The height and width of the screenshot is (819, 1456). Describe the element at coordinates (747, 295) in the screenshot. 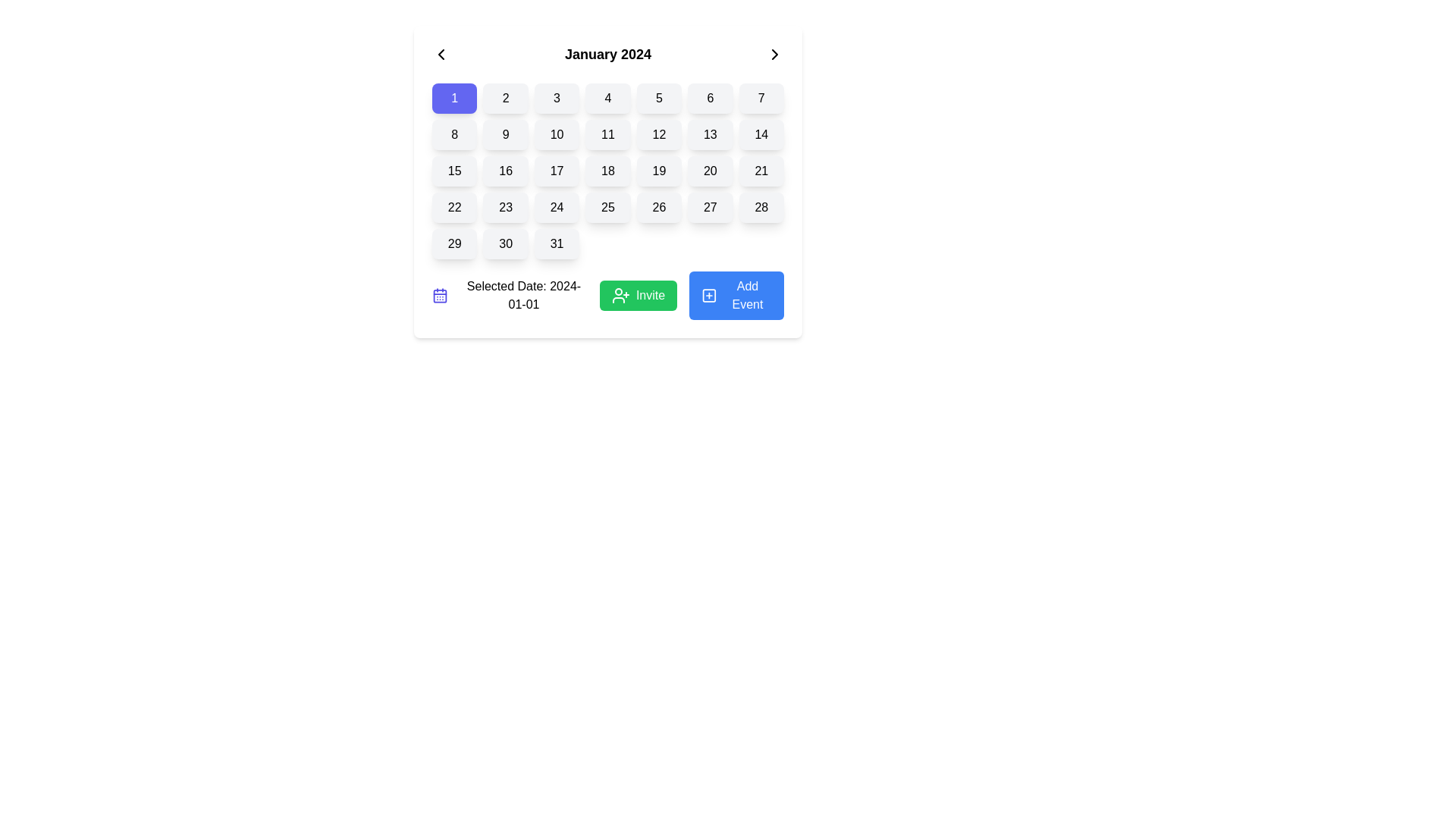

I see `the 'Add Event' text label located on the button at the bottom-right of the calendar widget, which indicates the action to add a new event` at that location.